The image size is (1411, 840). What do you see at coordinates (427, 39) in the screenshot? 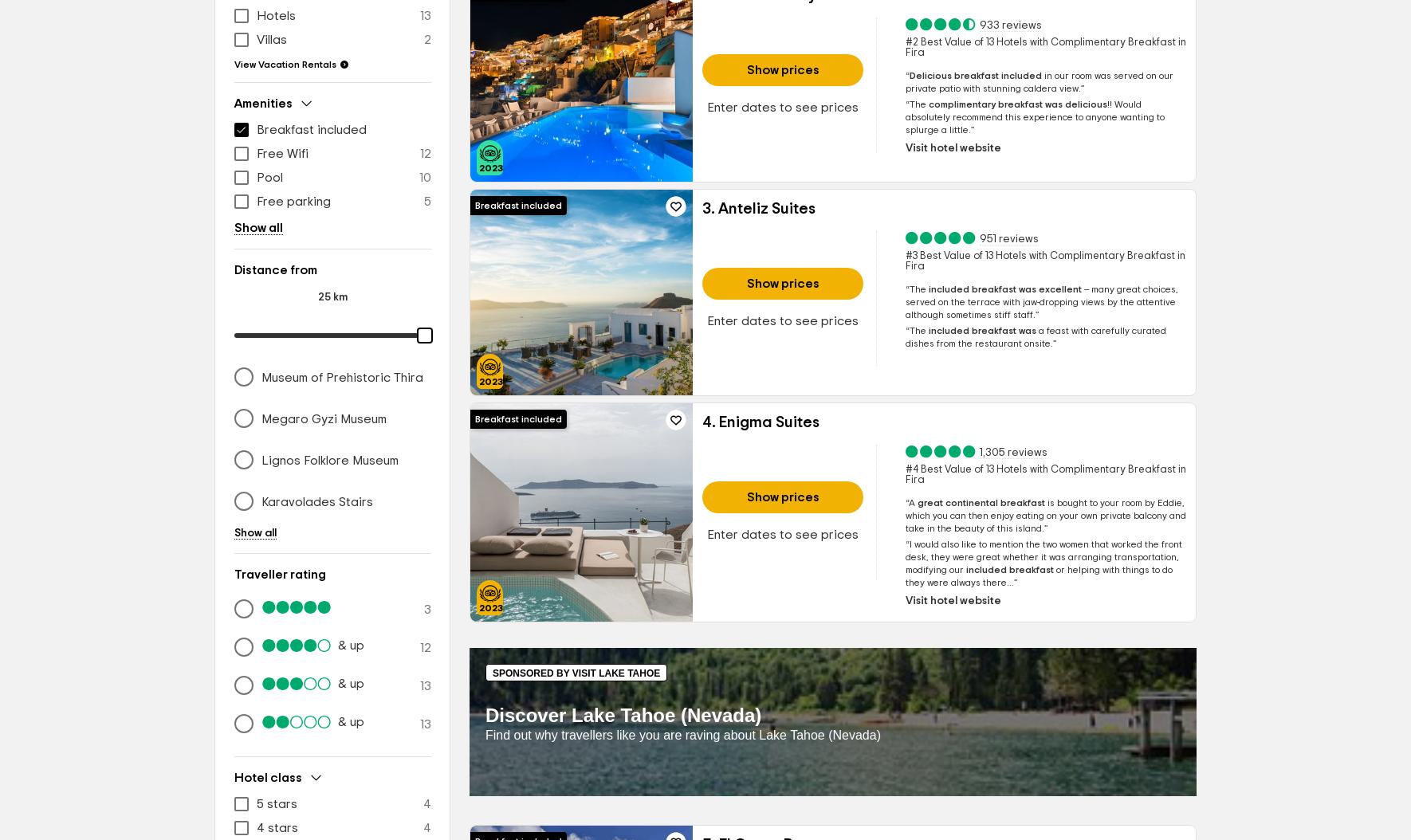
I see `'2'` at bounding box center [427, 39].